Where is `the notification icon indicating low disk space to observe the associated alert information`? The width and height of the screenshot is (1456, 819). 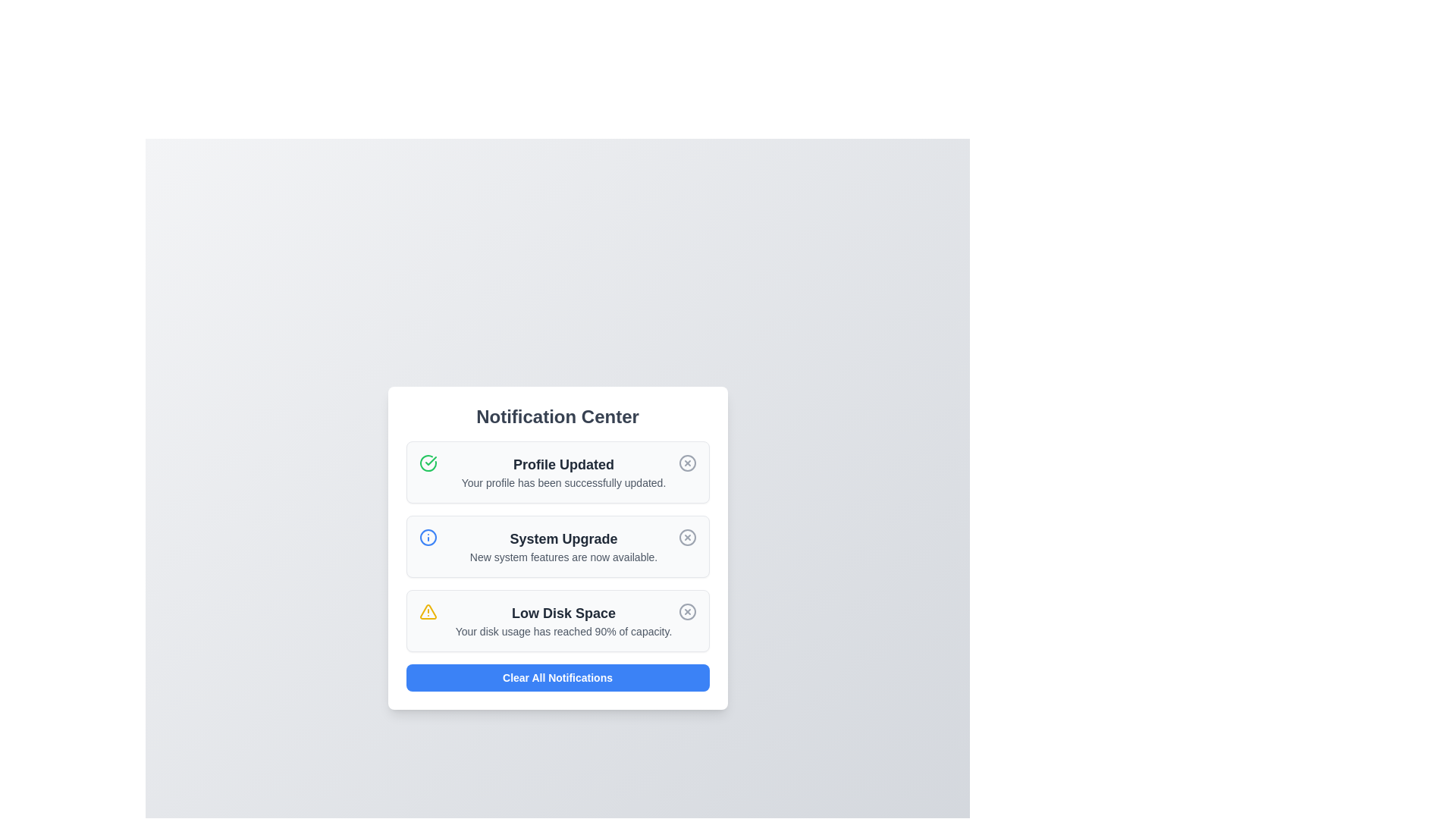
the notification icon indicating low disk space to observe the associated alert information is located at coordinates (427, 610).